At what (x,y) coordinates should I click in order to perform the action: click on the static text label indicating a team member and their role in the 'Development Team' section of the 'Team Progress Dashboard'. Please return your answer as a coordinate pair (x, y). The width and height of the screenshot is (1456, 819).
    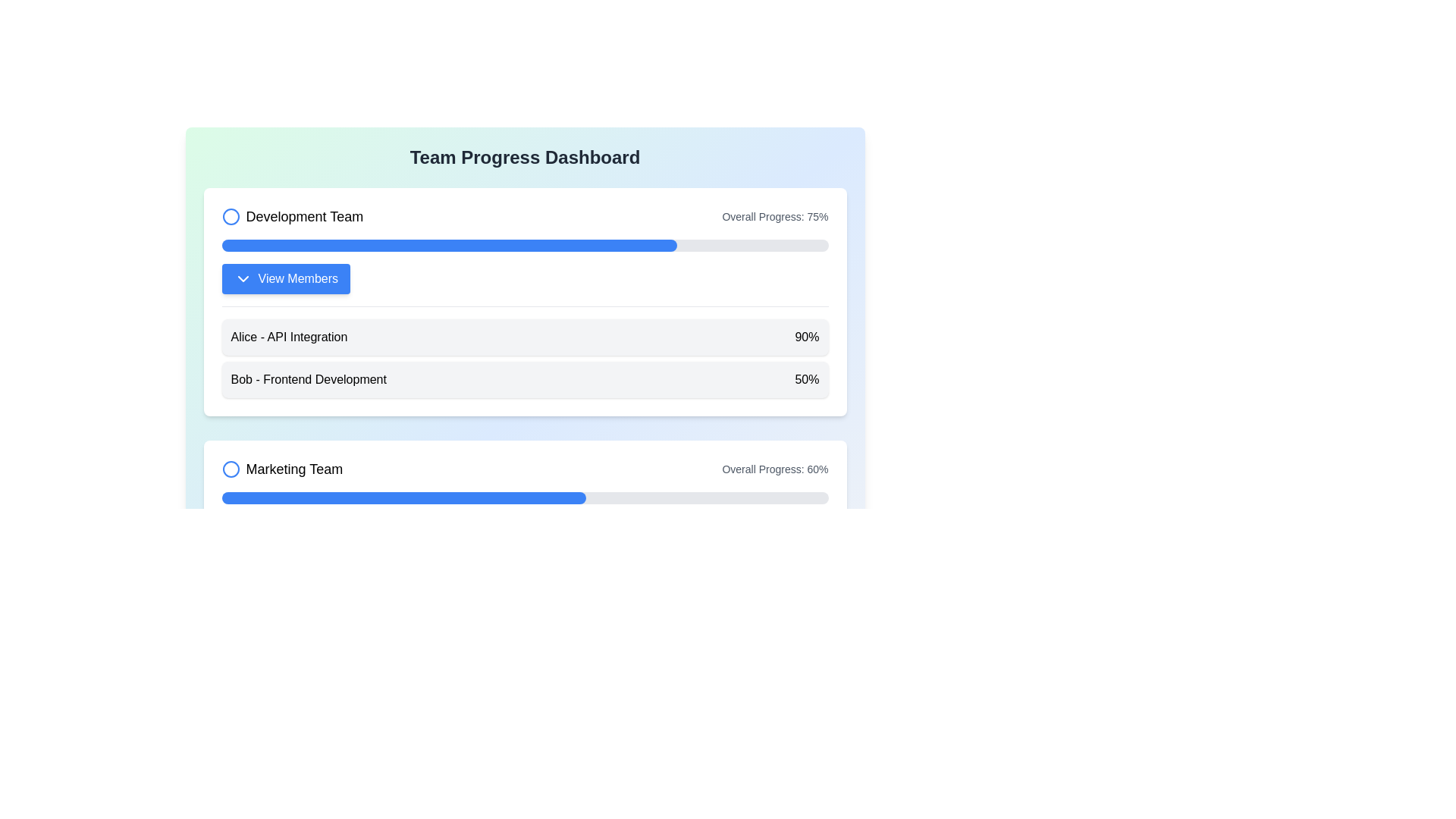
    Looking at the image, I should click on (289, 336).